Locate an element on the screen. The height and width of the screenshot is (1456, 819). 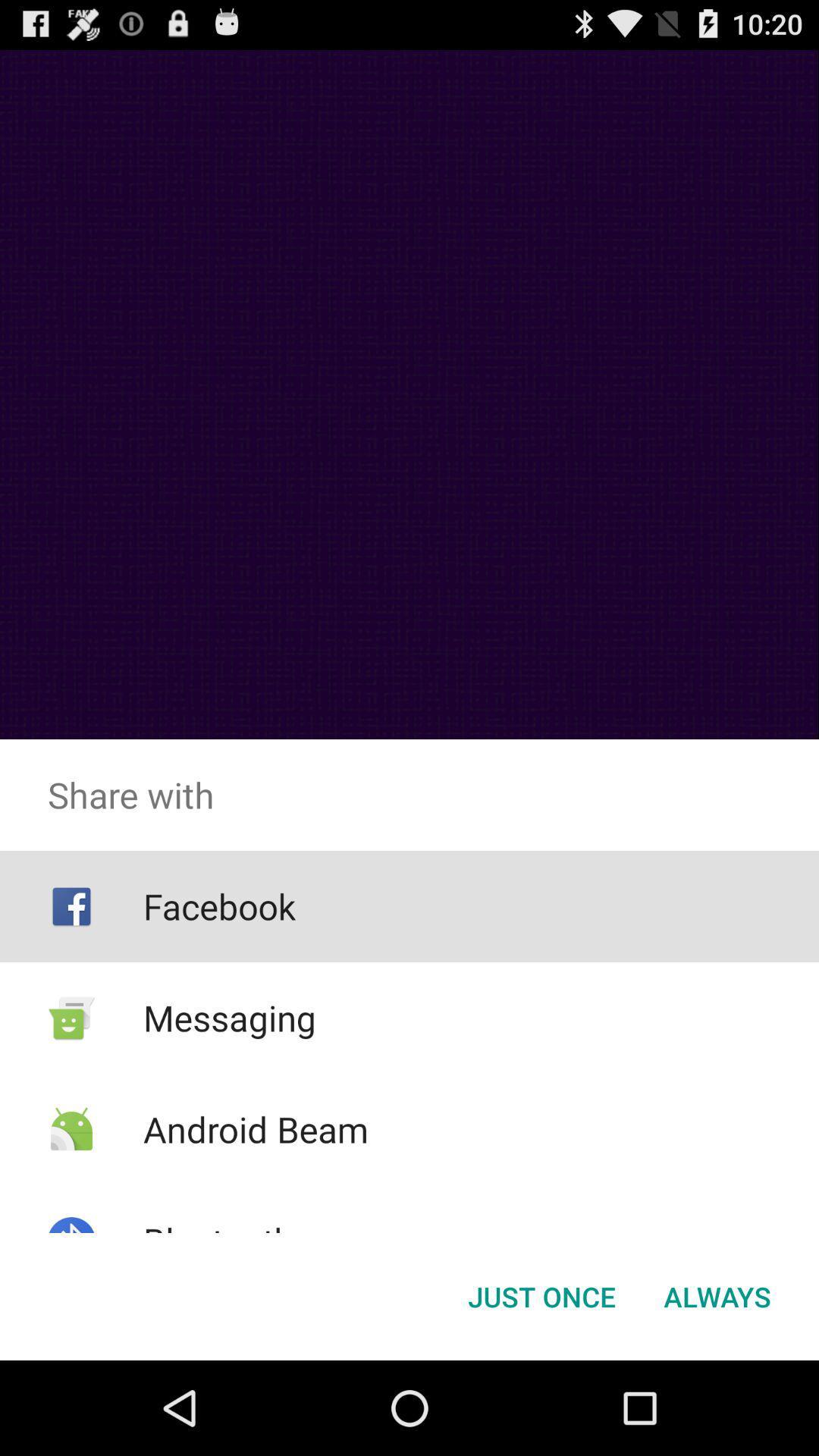
button next to just once button is located at coordinates (717, 1295).